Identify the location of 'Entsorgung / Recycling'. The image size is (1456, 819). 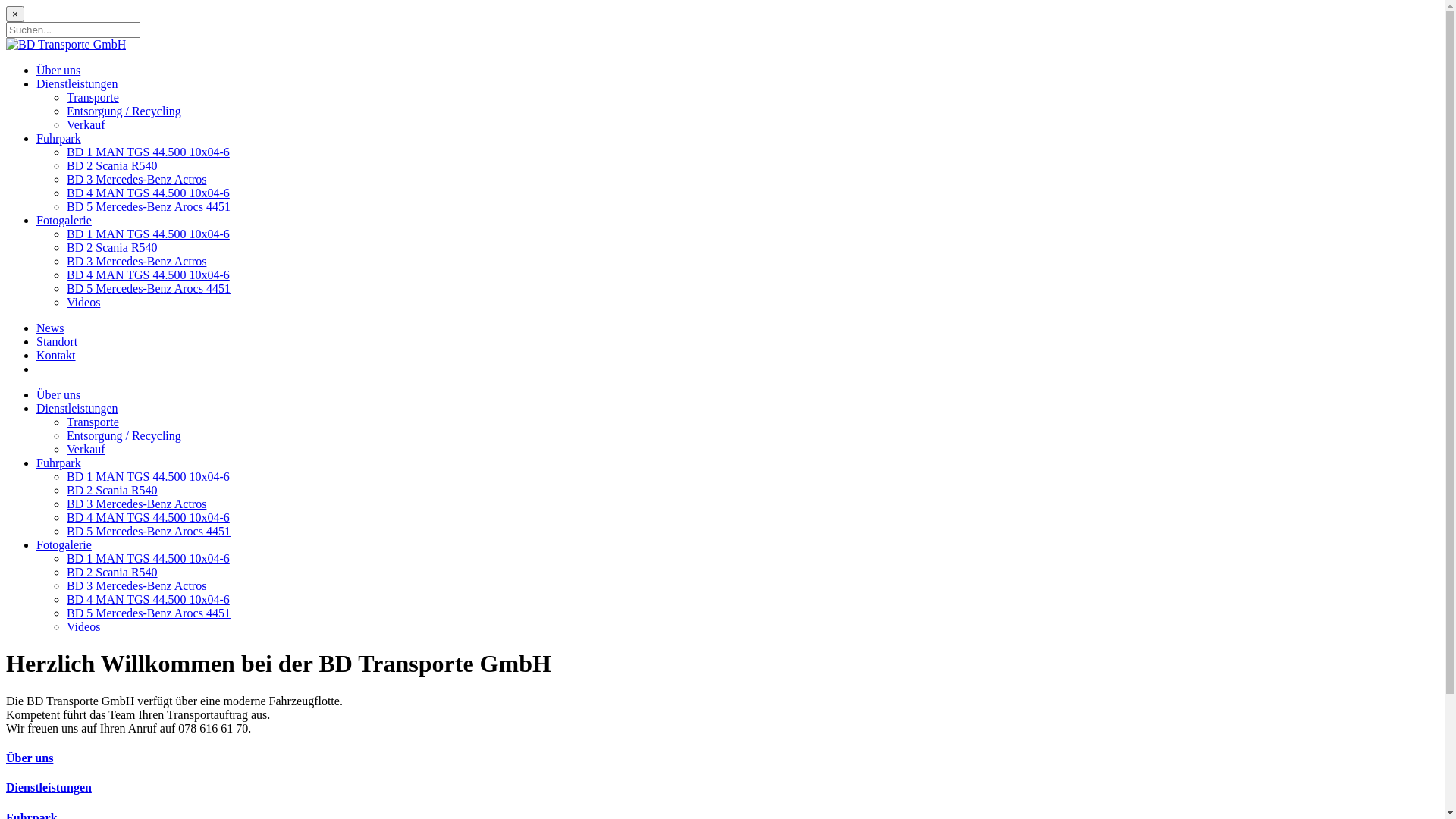
(124, 435).